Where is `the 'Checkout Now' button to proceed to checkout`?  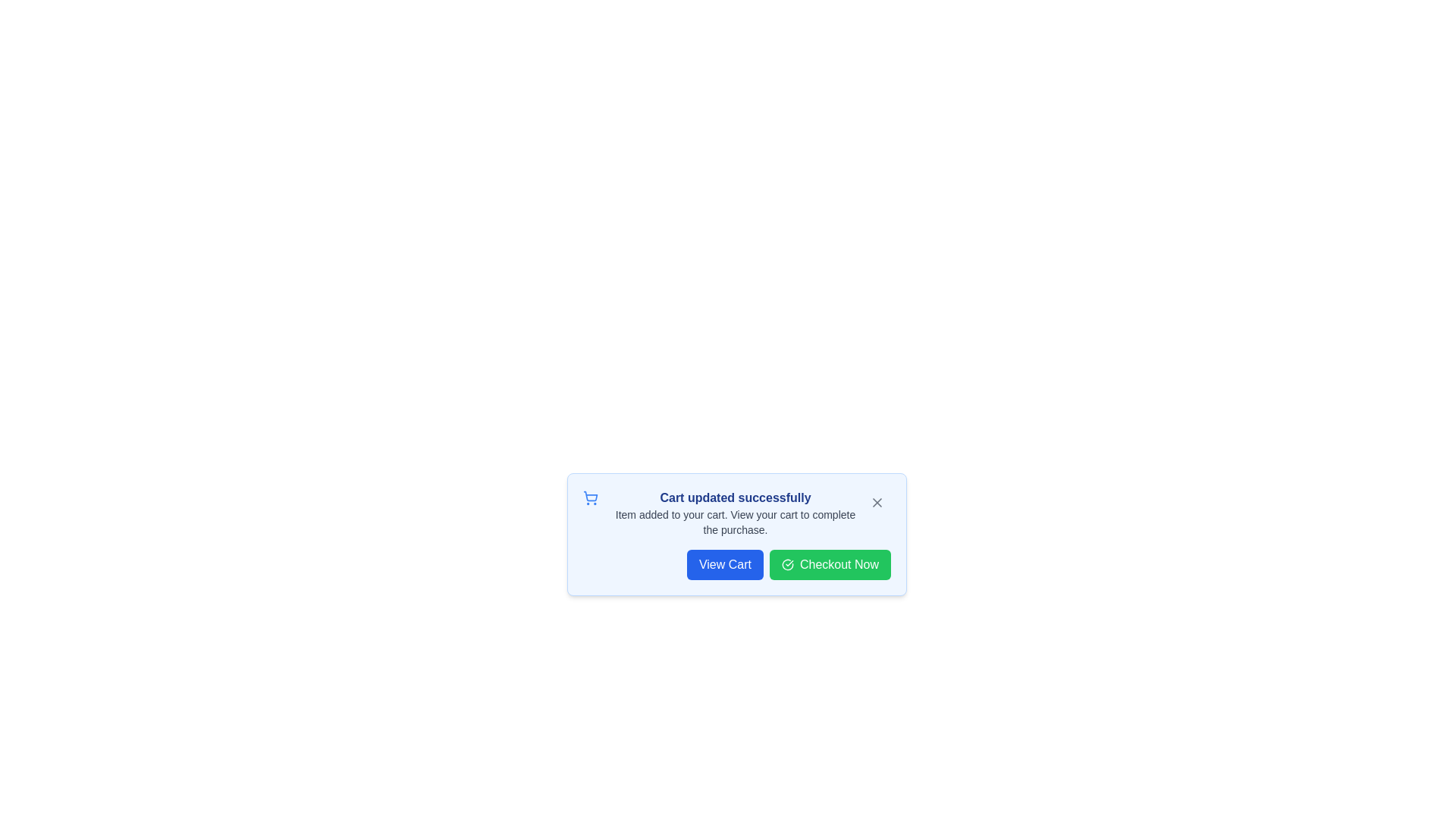
the 'Checkout Now' button to proceed to checkout is located at coordinates (829, 564).